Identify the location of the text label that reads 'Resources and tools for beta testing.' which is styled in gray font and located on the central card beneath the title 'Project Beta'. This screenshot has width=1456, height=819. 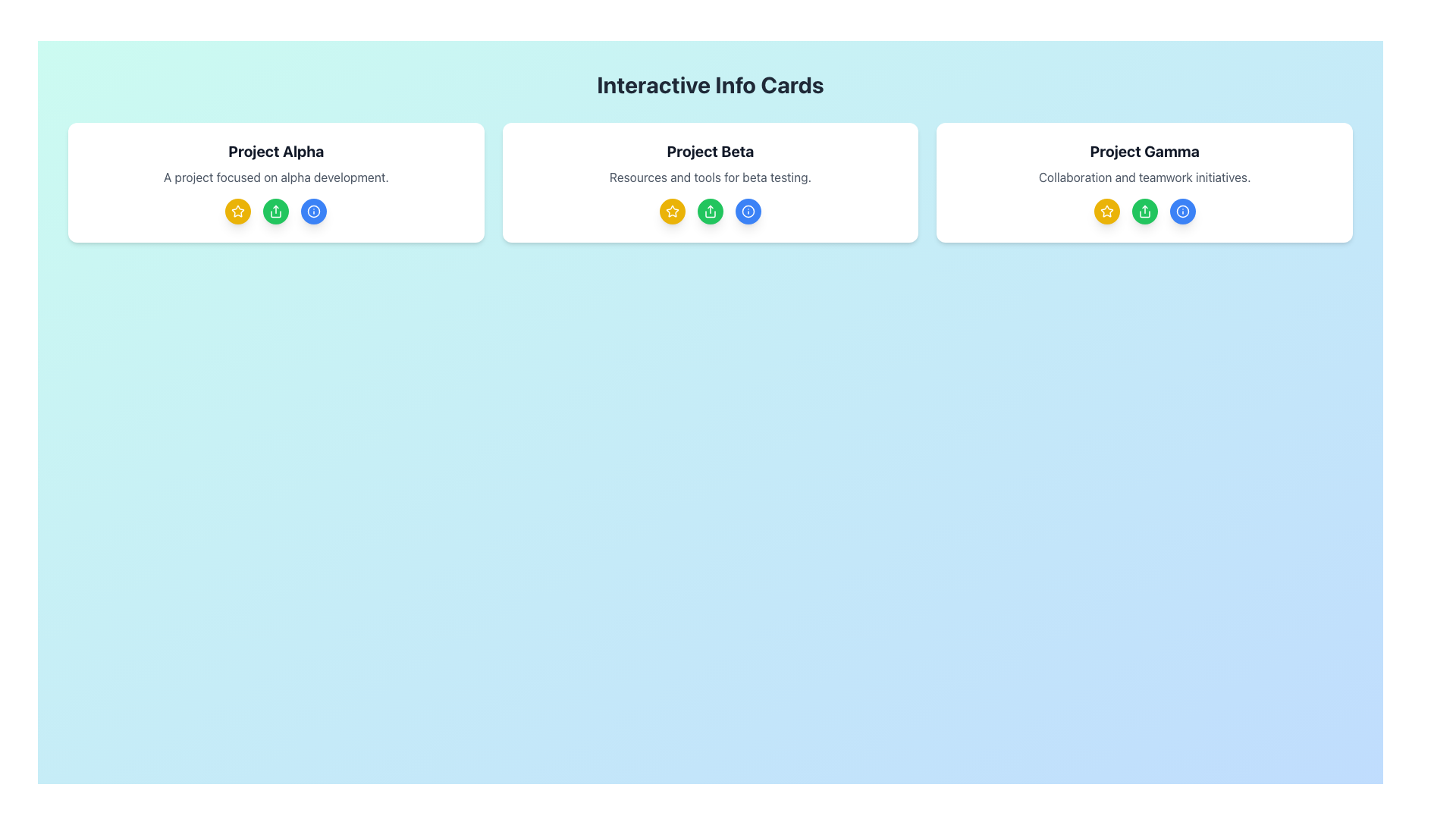
(709, 177).